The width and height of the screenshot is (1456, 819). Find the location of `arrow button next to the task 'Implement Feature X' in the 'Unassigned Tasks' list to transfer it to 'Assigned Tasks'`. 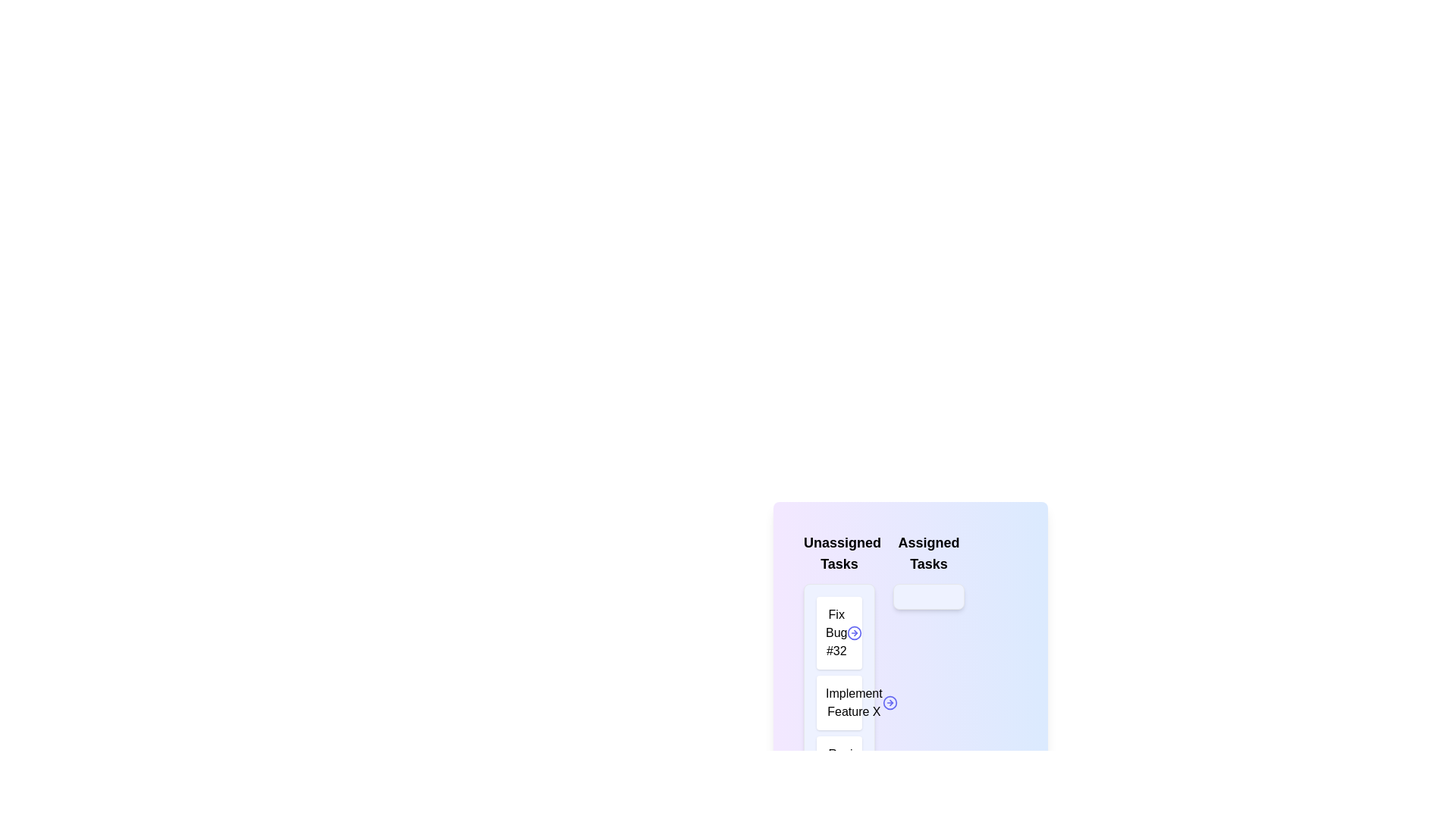

arrow button next to the task 'Implement Feature X' in the 'Unassigned Tasks' list to transfer it to 'Assigned Tasks' is located at coordinates (890, 702).